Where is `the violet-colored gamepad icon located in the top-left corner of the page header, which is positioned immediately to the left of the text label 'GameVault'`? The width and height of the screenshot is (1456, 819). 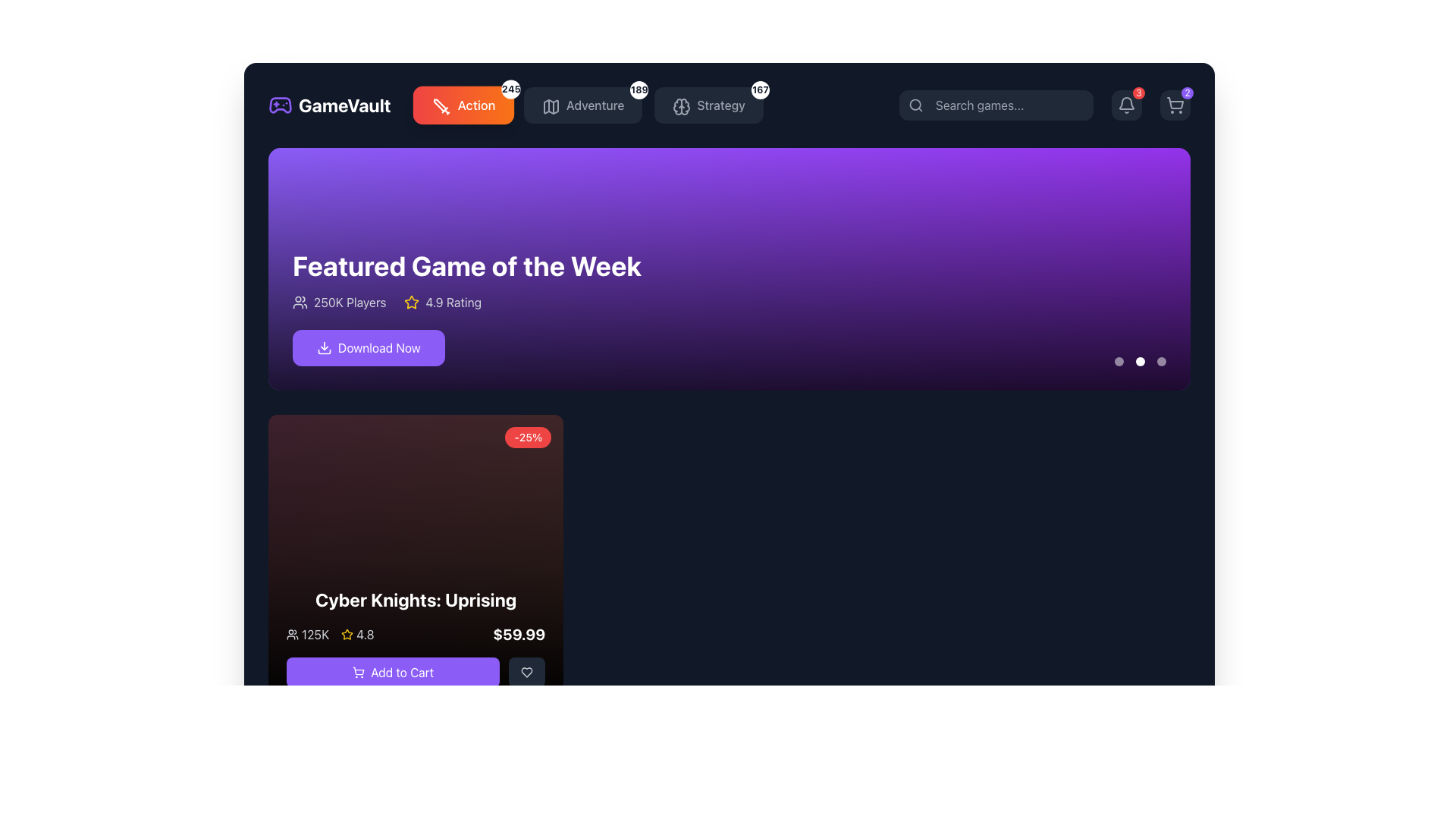 the violet-colored gamepad icon located in the top-left corner of the page header, which is positioned immediately to the left of the text label 'GameVault' is located at coordinates (280, 104).